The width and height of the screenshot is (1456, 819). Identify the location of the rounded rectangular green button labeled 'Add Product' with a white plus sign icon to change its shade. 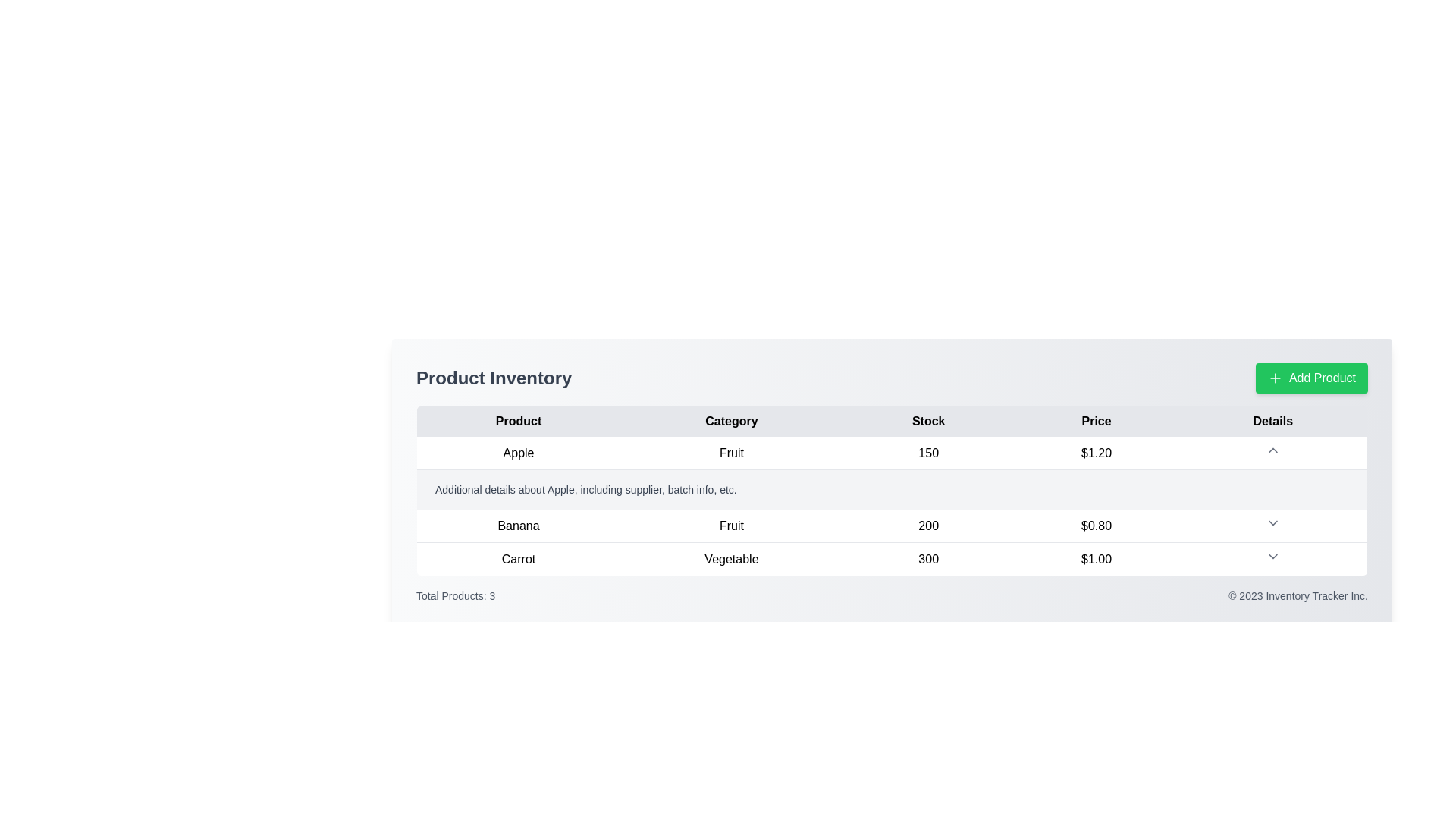
(1310, 377).